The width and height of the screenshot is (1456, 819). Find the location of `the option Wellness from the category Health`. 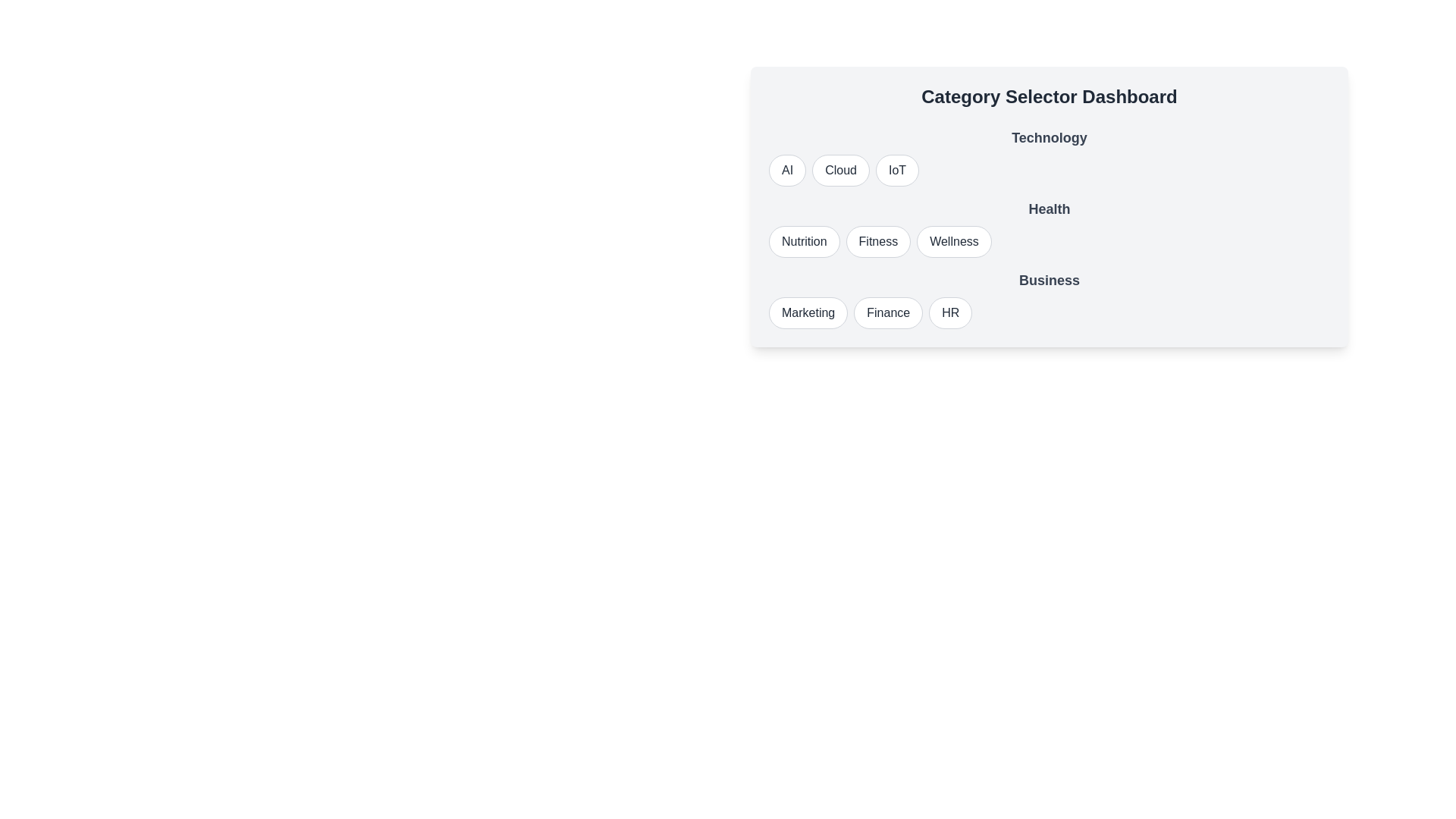

the option Wellness from the category Health is located at coordinates (953, 241).